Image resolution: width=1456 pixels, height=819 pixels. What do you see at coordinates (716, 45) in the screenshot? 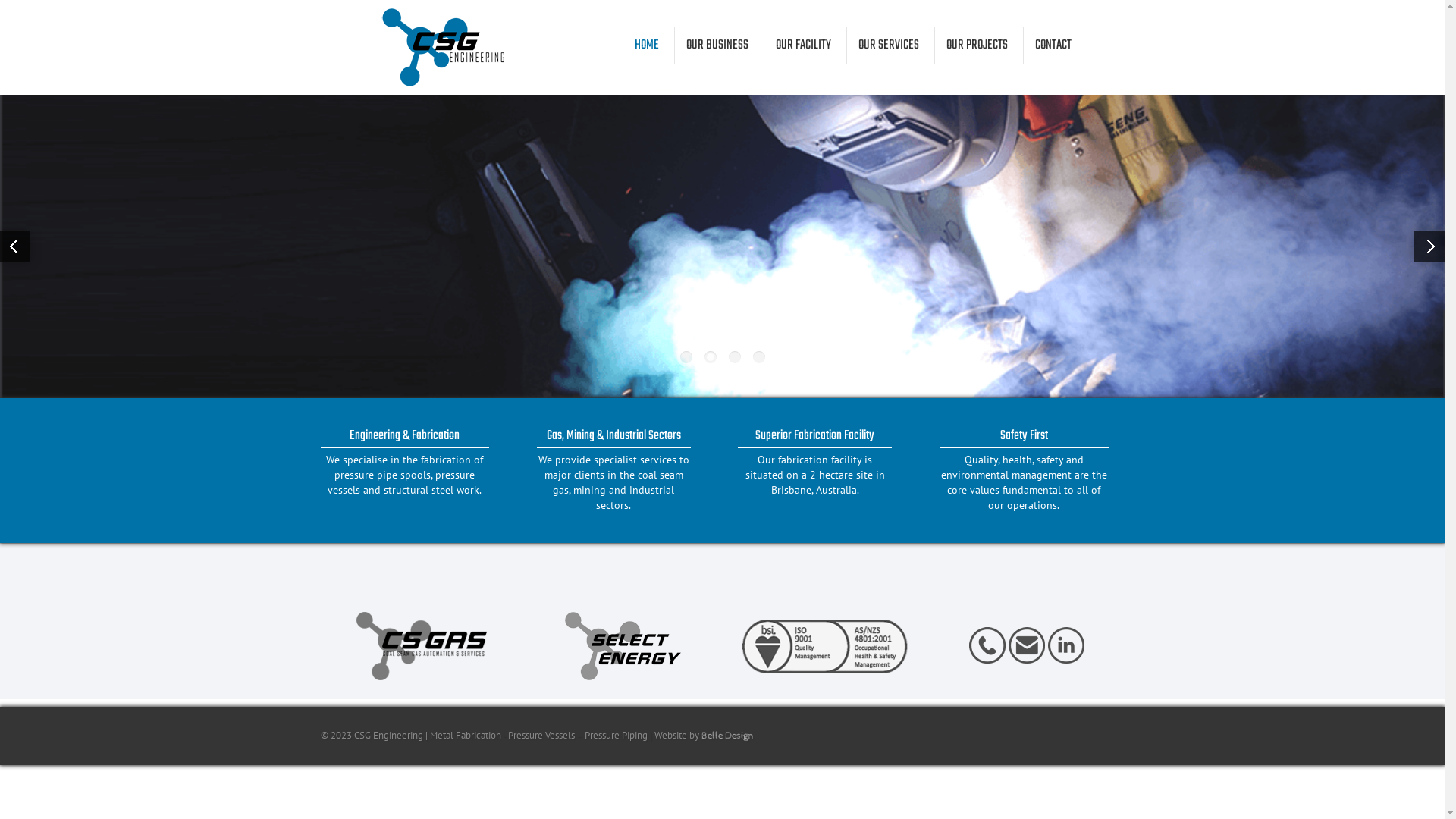
I see `'OUR BUSINESS'` at bounding box center [716, 45].